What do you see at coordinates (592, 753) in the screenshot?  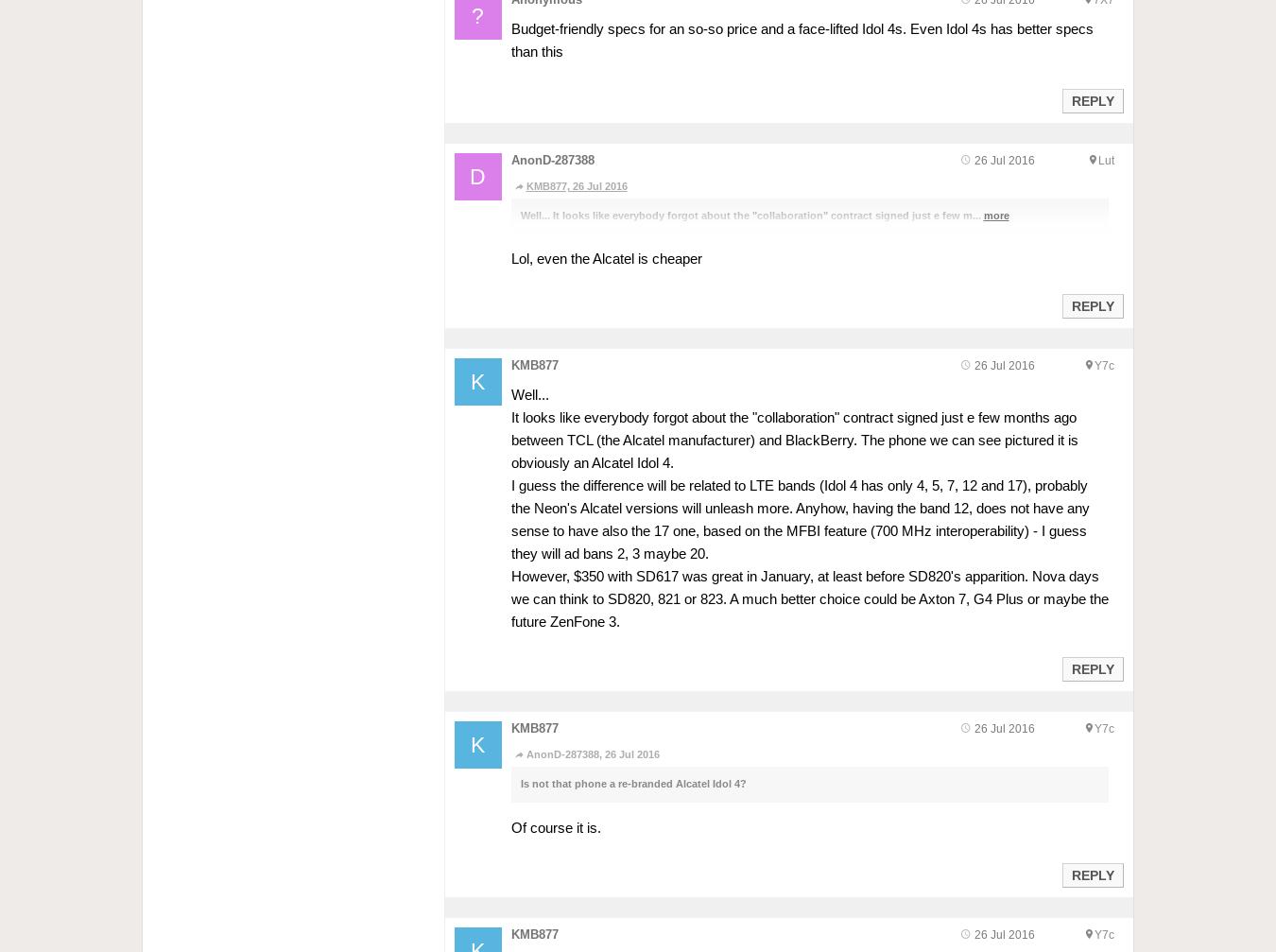 I see `'AnonD-287388, 26 Jul 2016'` at bounding box center [592, 753].